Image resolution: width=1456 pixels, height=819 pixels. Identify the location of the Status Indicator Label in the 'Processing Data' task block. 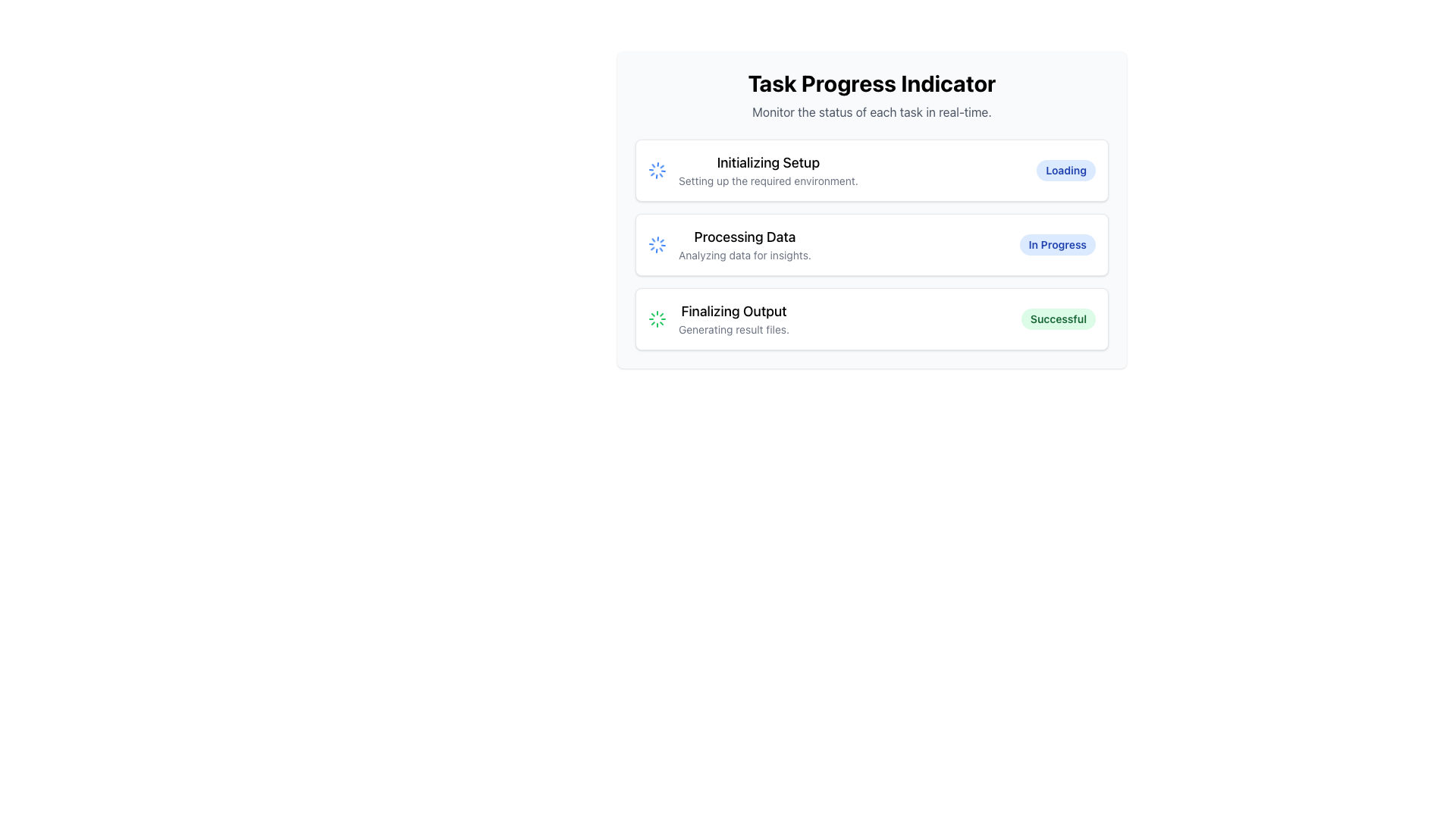
(1056, 244).